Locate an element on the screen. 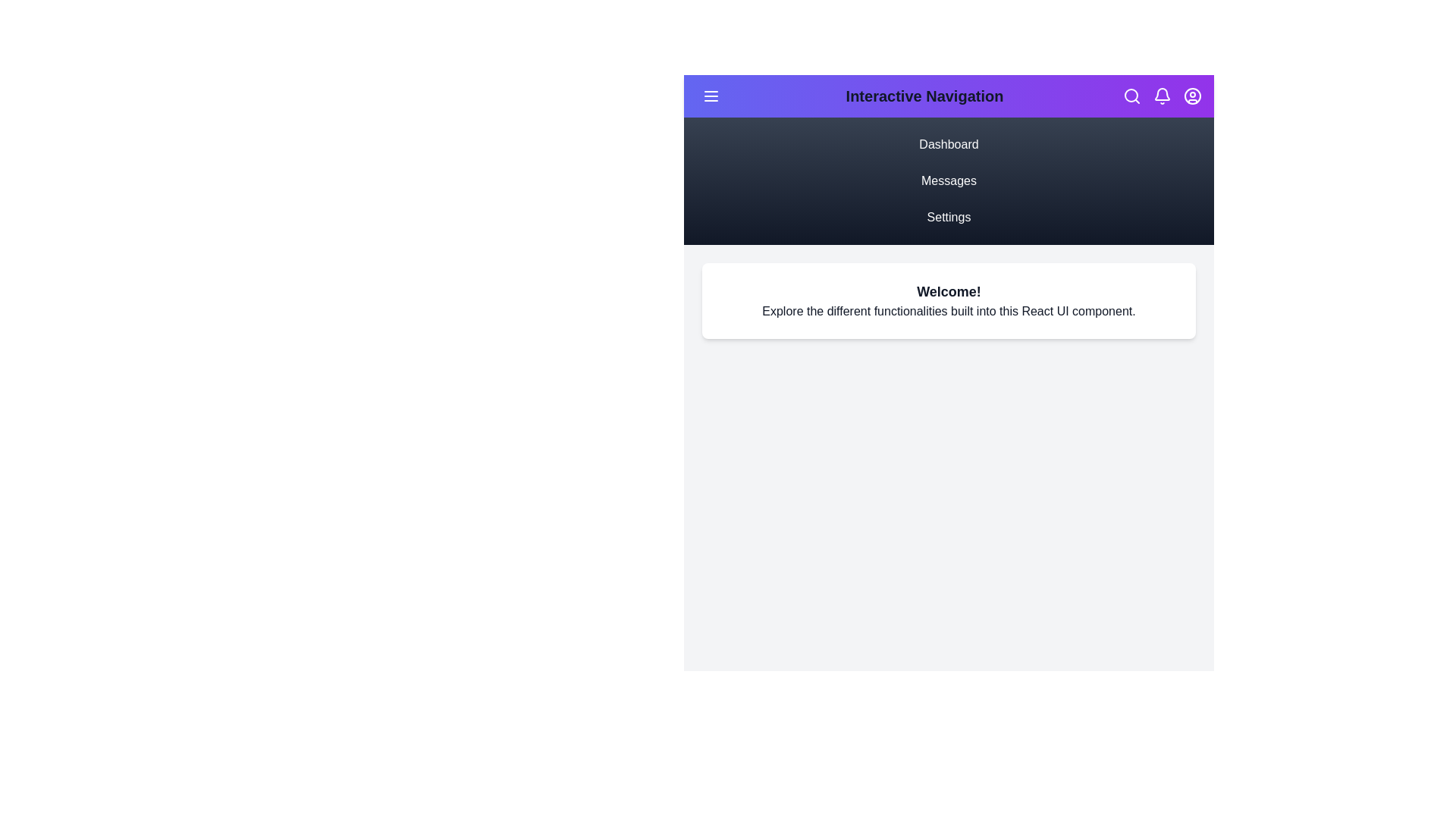 The image size is (1456, 819). the 'Dashboard' menu item is located at coordinates (948, 145).